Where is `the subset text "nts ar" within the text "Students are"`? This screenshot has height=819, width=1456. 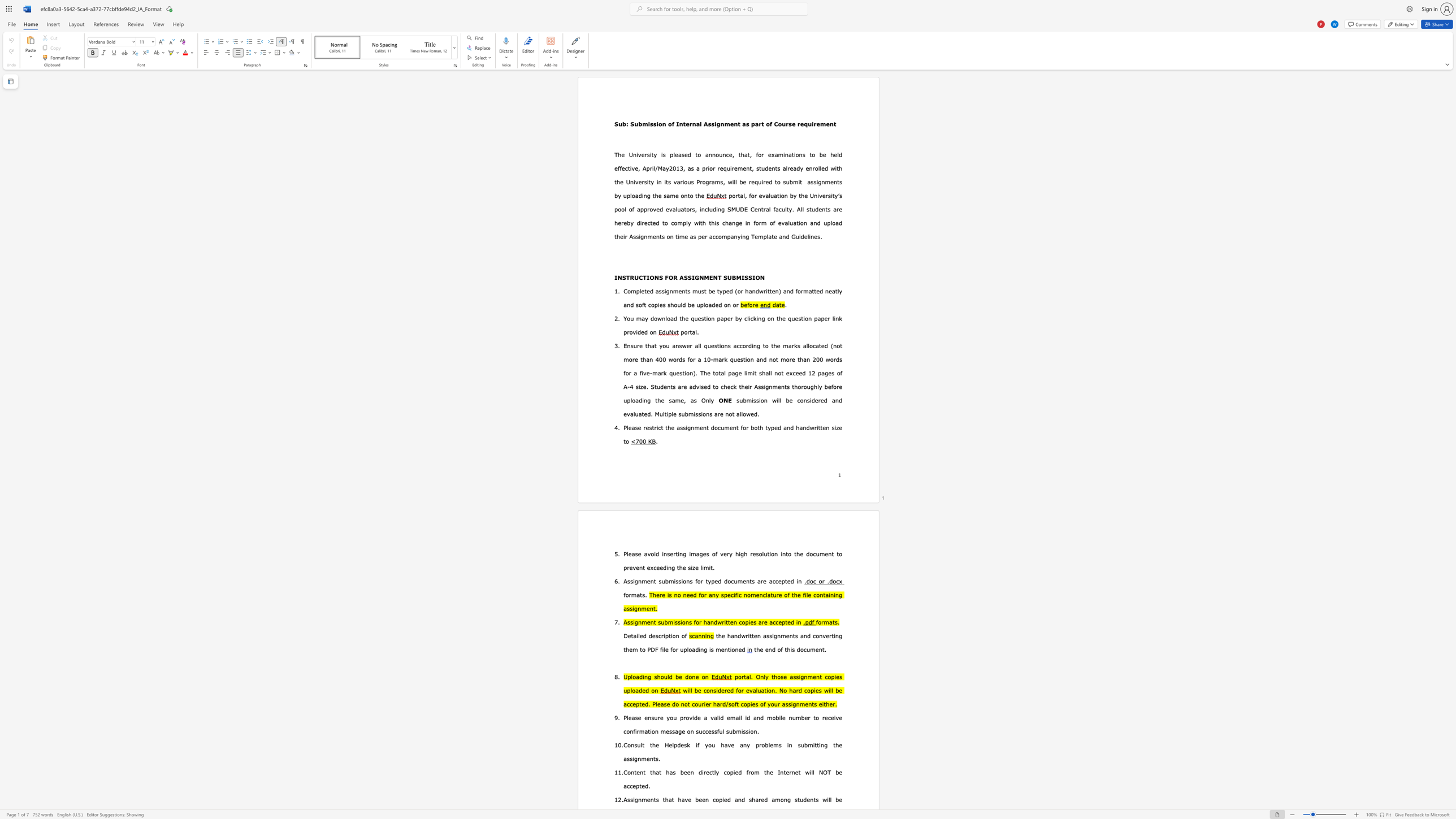 the subset text "nts ar" within the text "Students are" is located at coordinates (666, 385).